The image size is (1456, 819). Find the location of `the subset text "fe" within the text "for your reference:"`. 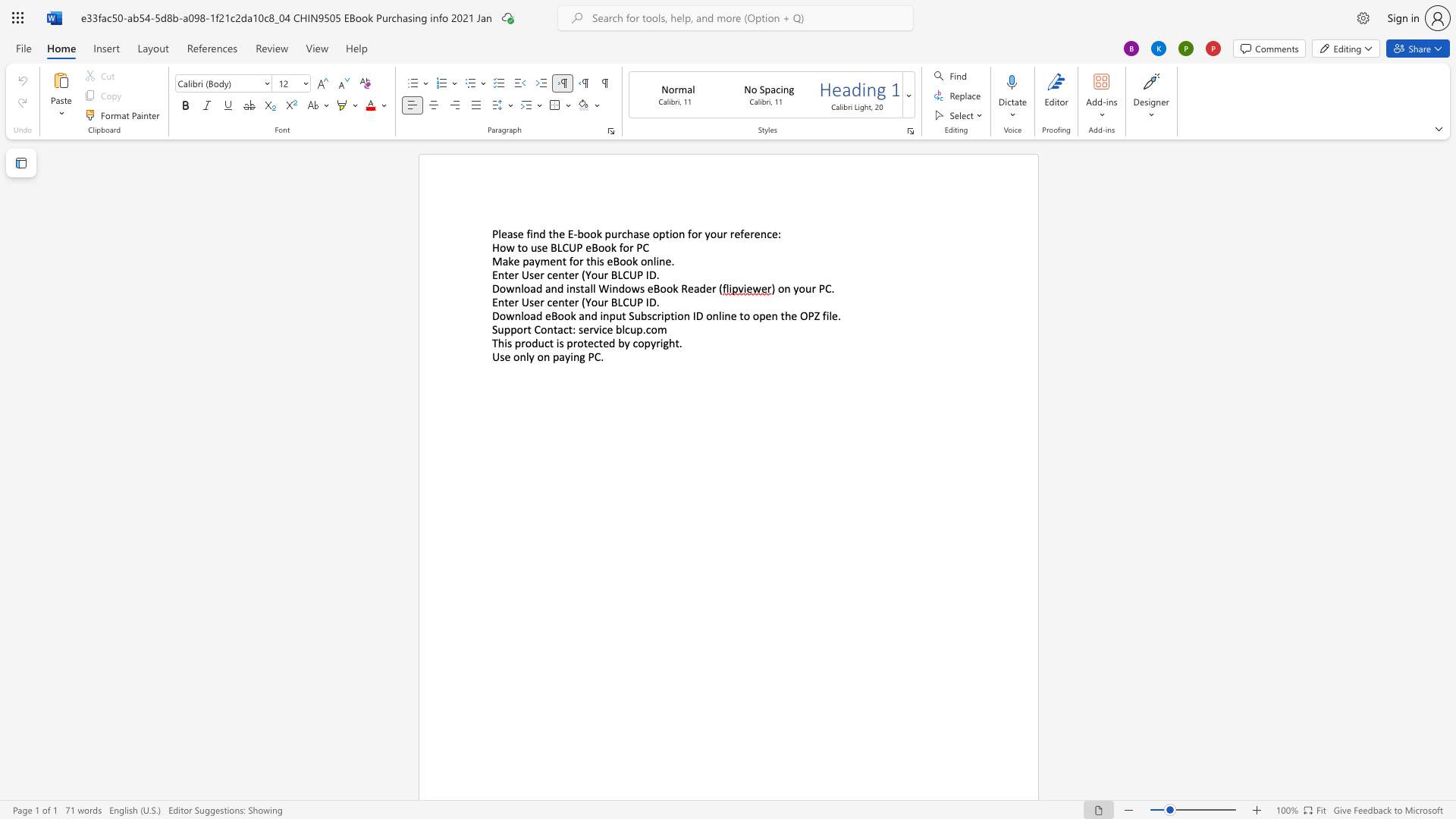

the subset text "fe" within the text "for your reference:" is located at coordinates (740, 234).